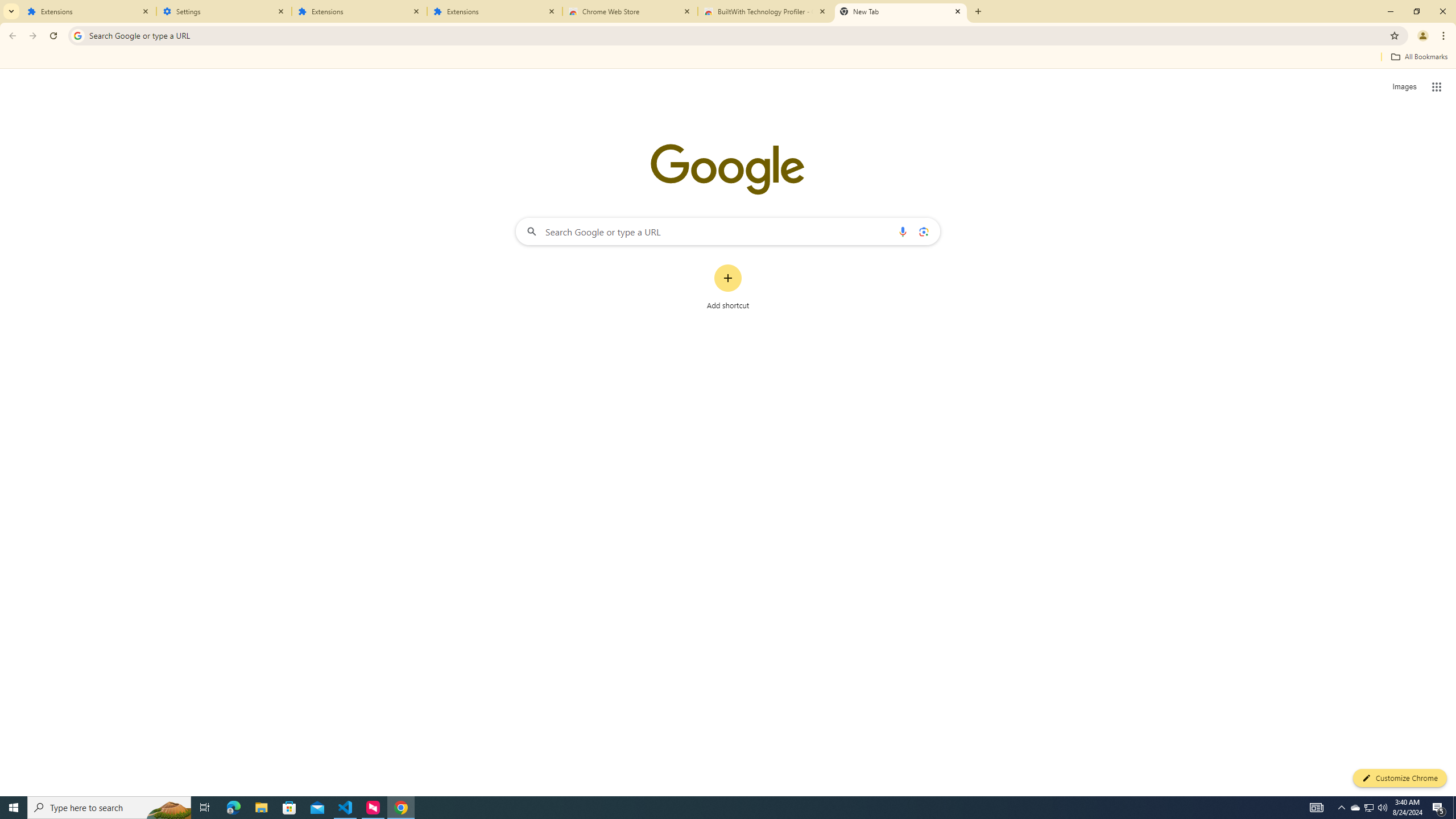 The height and width of the screenshot is (819, 1456). I want to click on 'Settings', so click(224, 11).